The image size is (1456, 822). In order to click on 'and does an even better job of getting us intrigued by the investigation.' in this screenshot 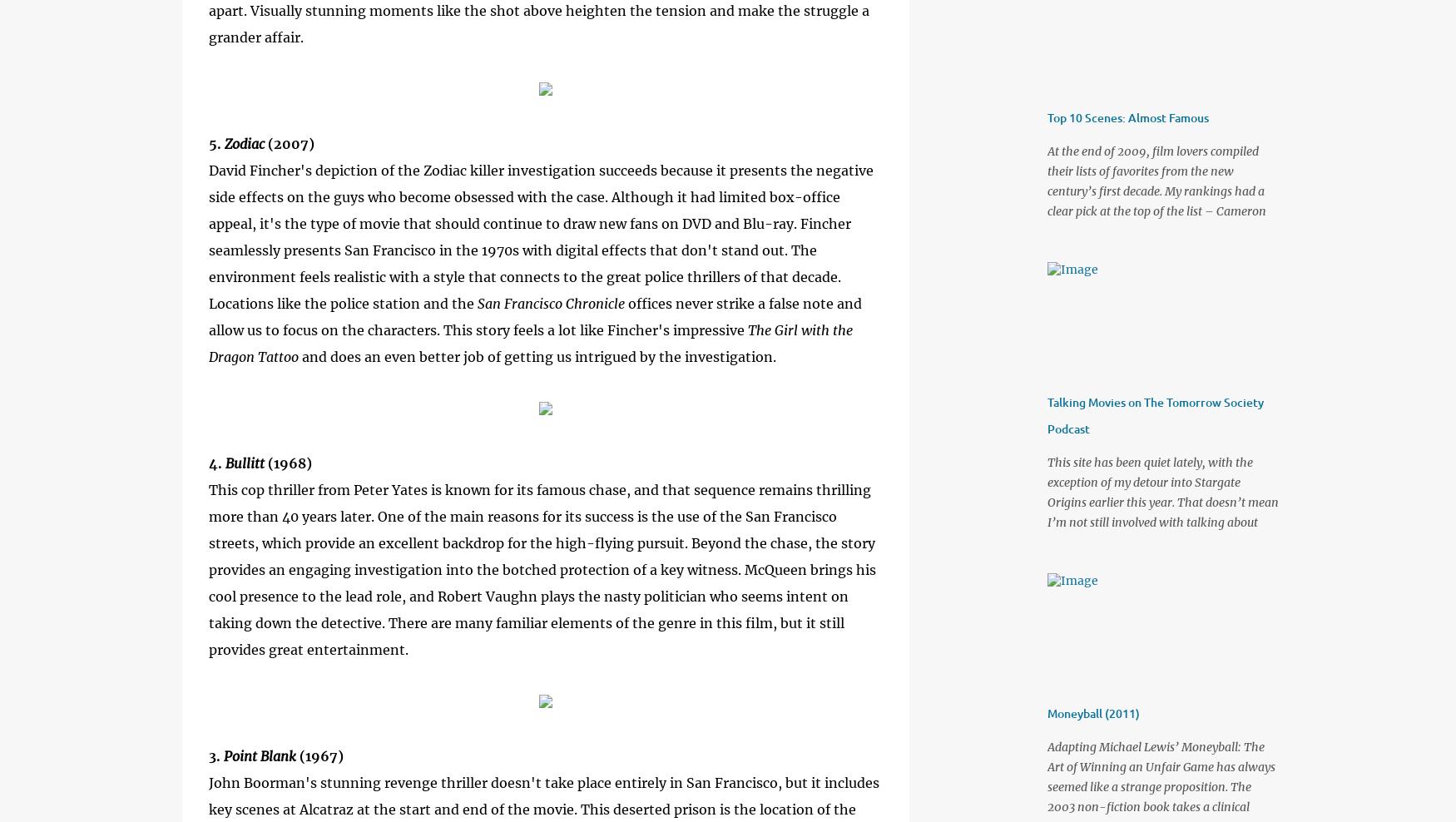, I will do `click(536, 355)`.